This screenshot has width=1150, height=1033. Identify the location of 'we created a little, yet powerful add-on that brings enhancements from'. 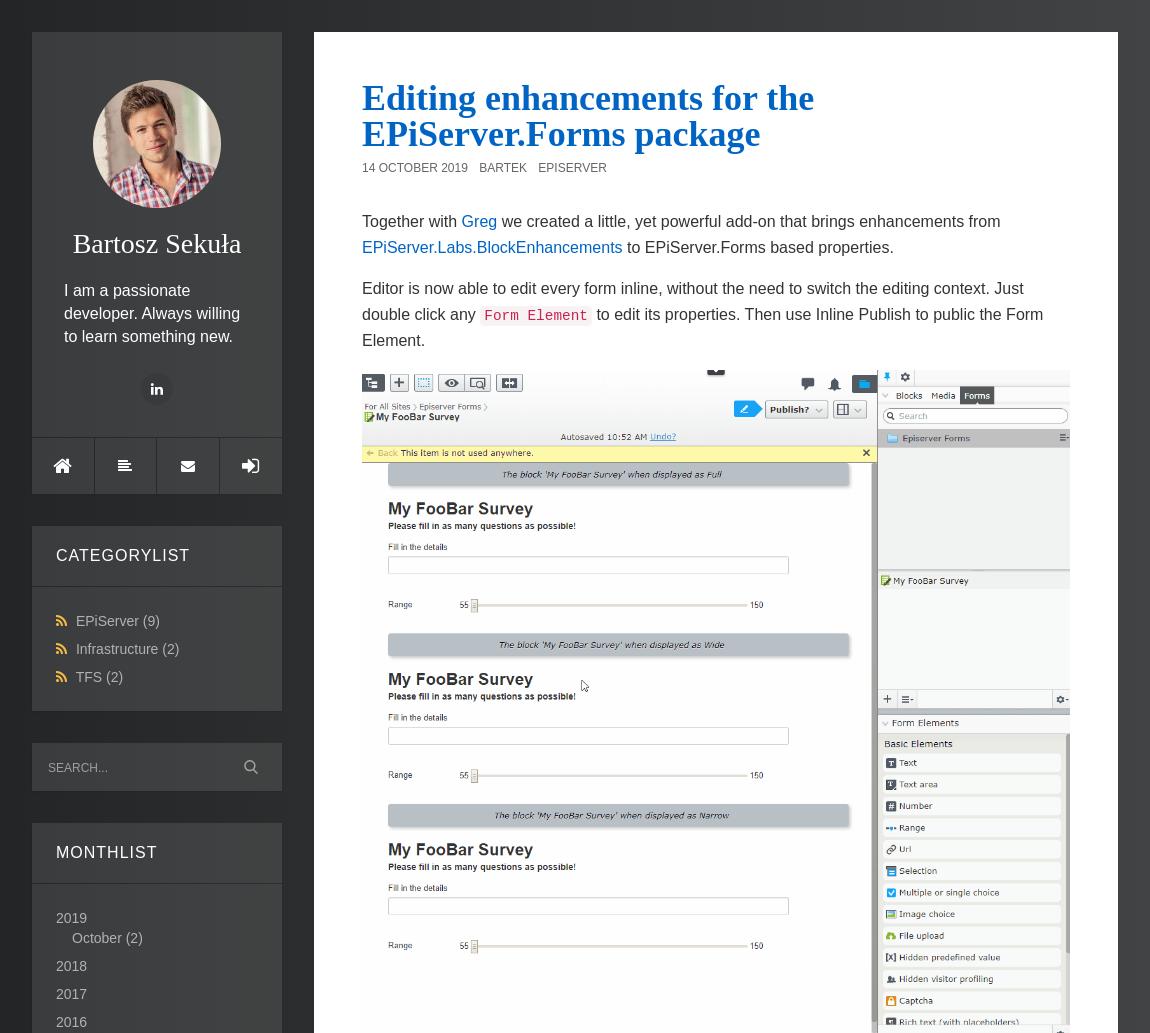
(747, 220).